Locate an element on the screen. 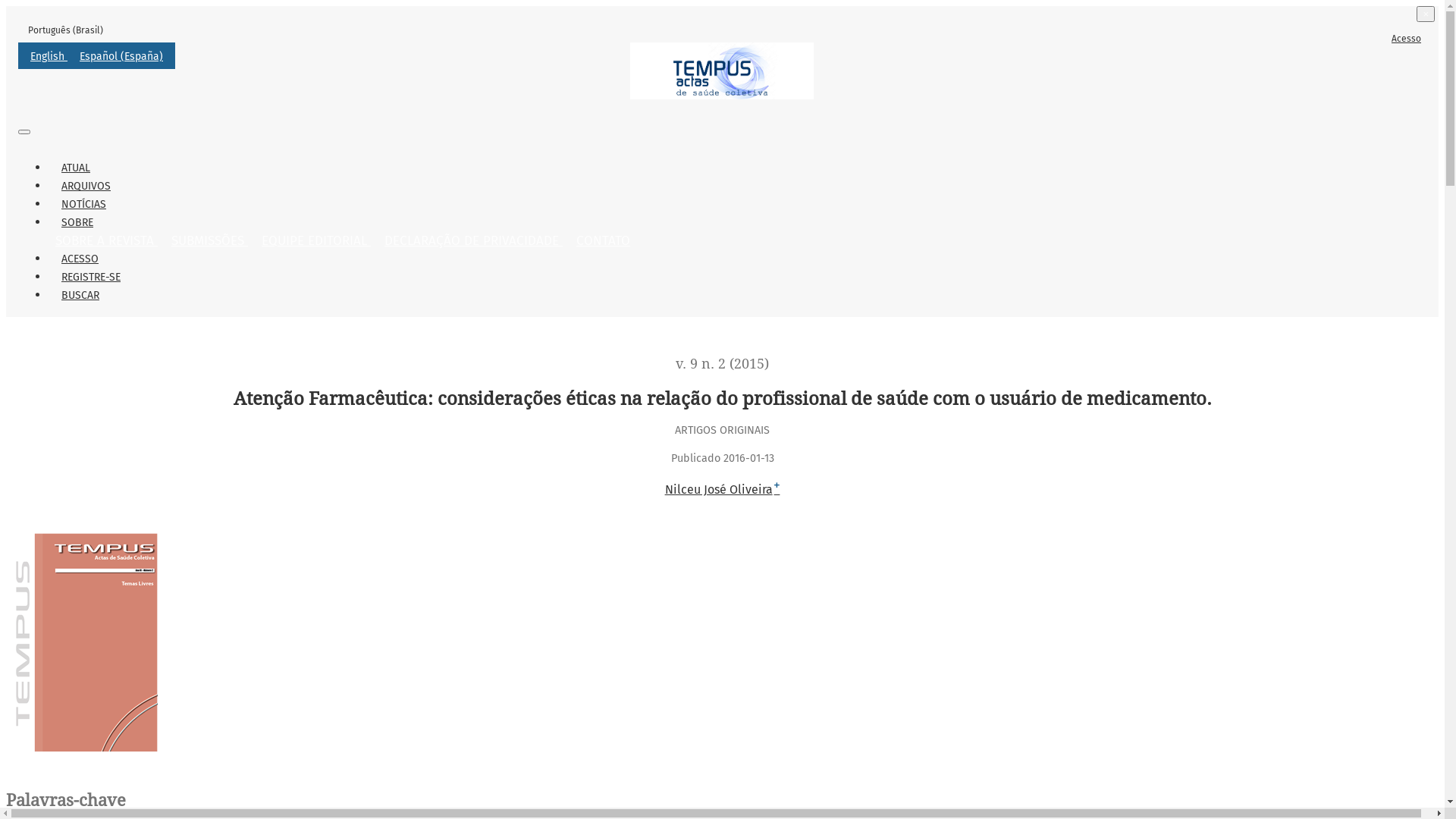 This screenshot has width=1456, height=819. 'Acesso' is located at coordinates (1405, 37).